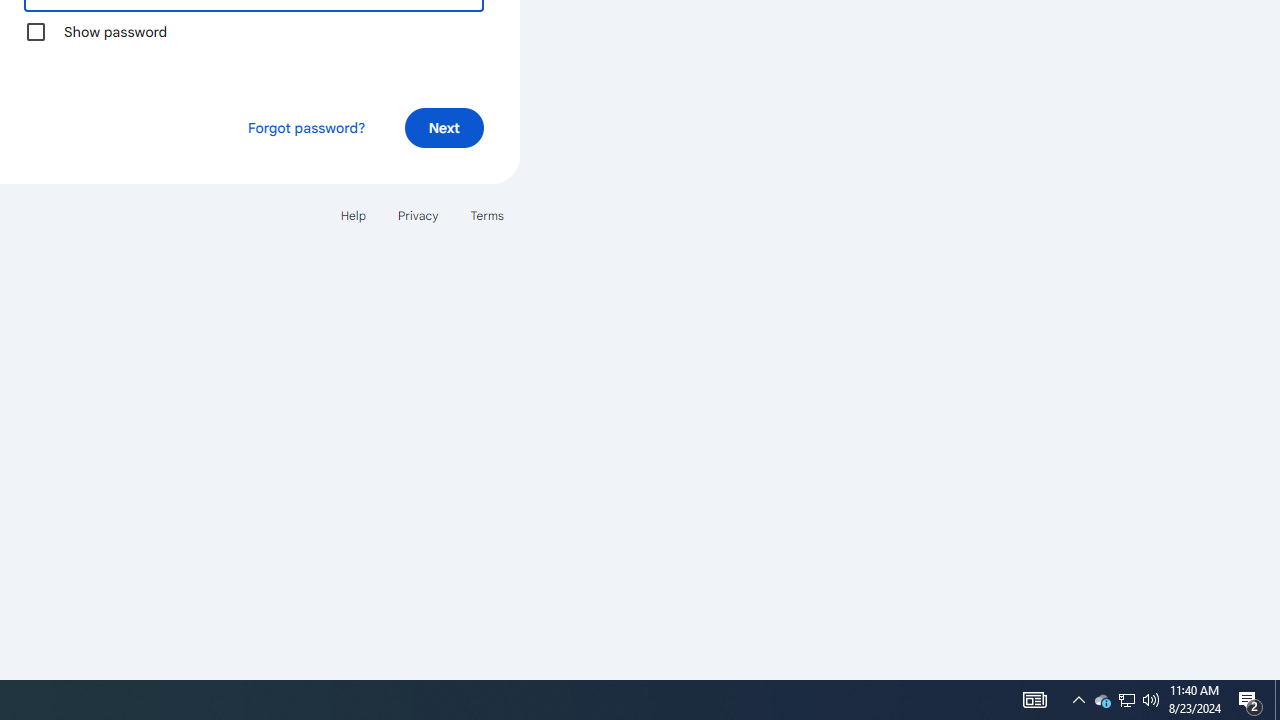 The width and height of the screenshot is (1280, 720). What do you see at coordinates (443, 127) in the screenshot?
I see `'Next'` at bounding box center [443, 127].